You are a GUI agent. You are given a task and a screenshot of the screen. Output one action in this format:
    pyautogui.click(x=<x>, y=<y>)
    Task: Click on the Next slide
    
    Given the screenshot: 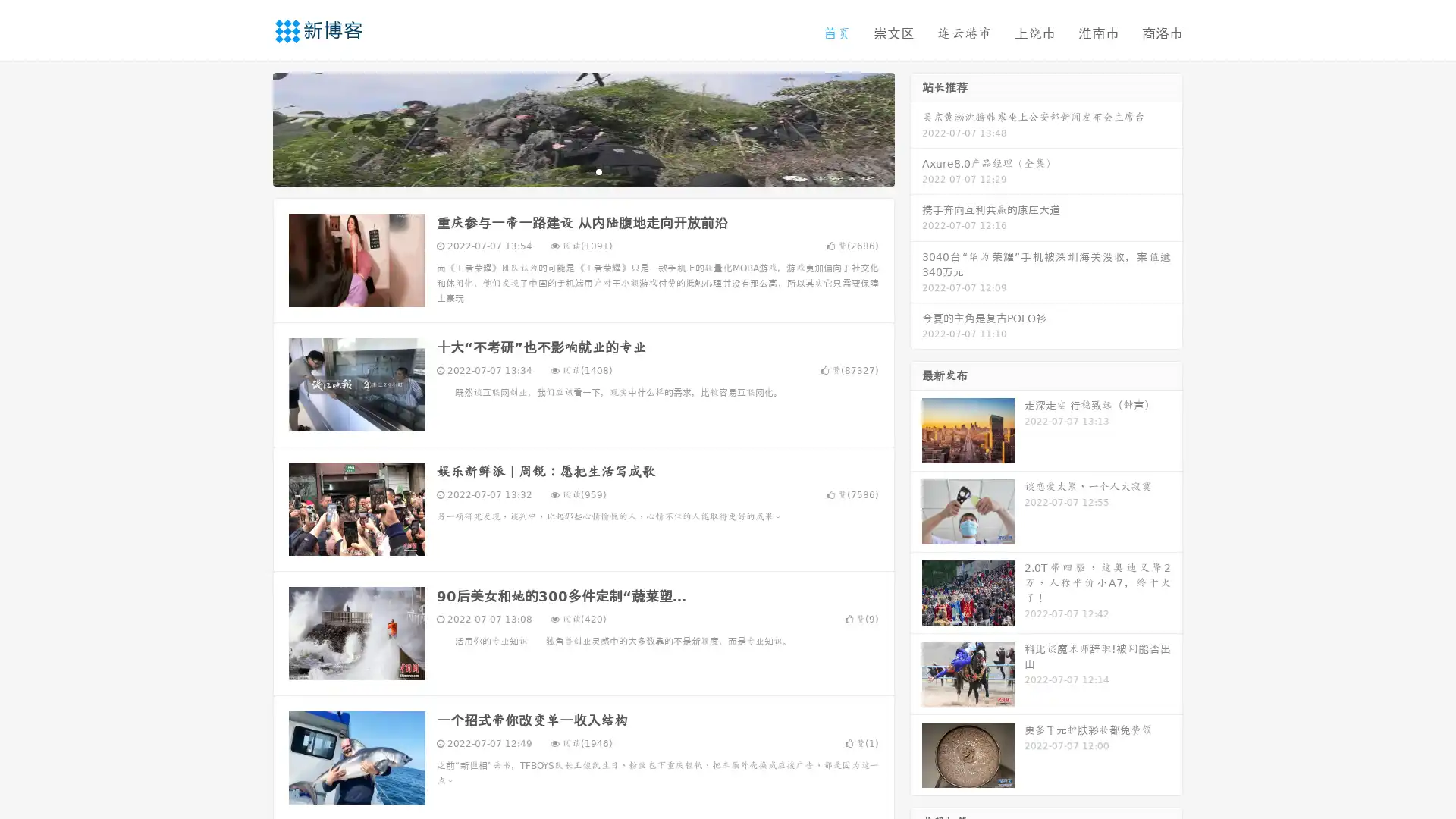 What is the action you would take?
    pyautogui.click(x=916, y=127)
    